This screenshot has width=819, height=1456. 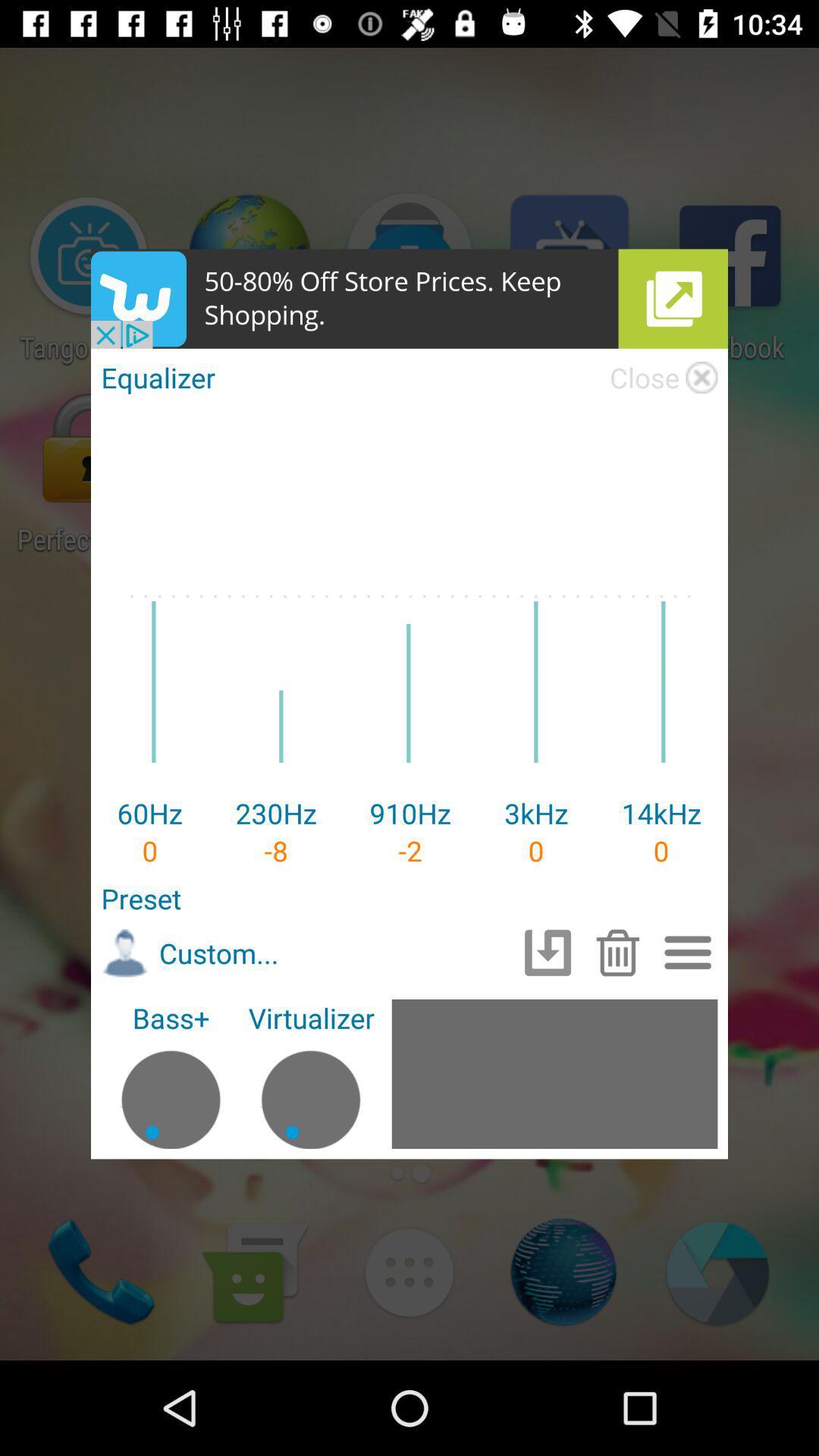 I want to click on the reset icon on left side of empty icon, so click(x=548, y=952).